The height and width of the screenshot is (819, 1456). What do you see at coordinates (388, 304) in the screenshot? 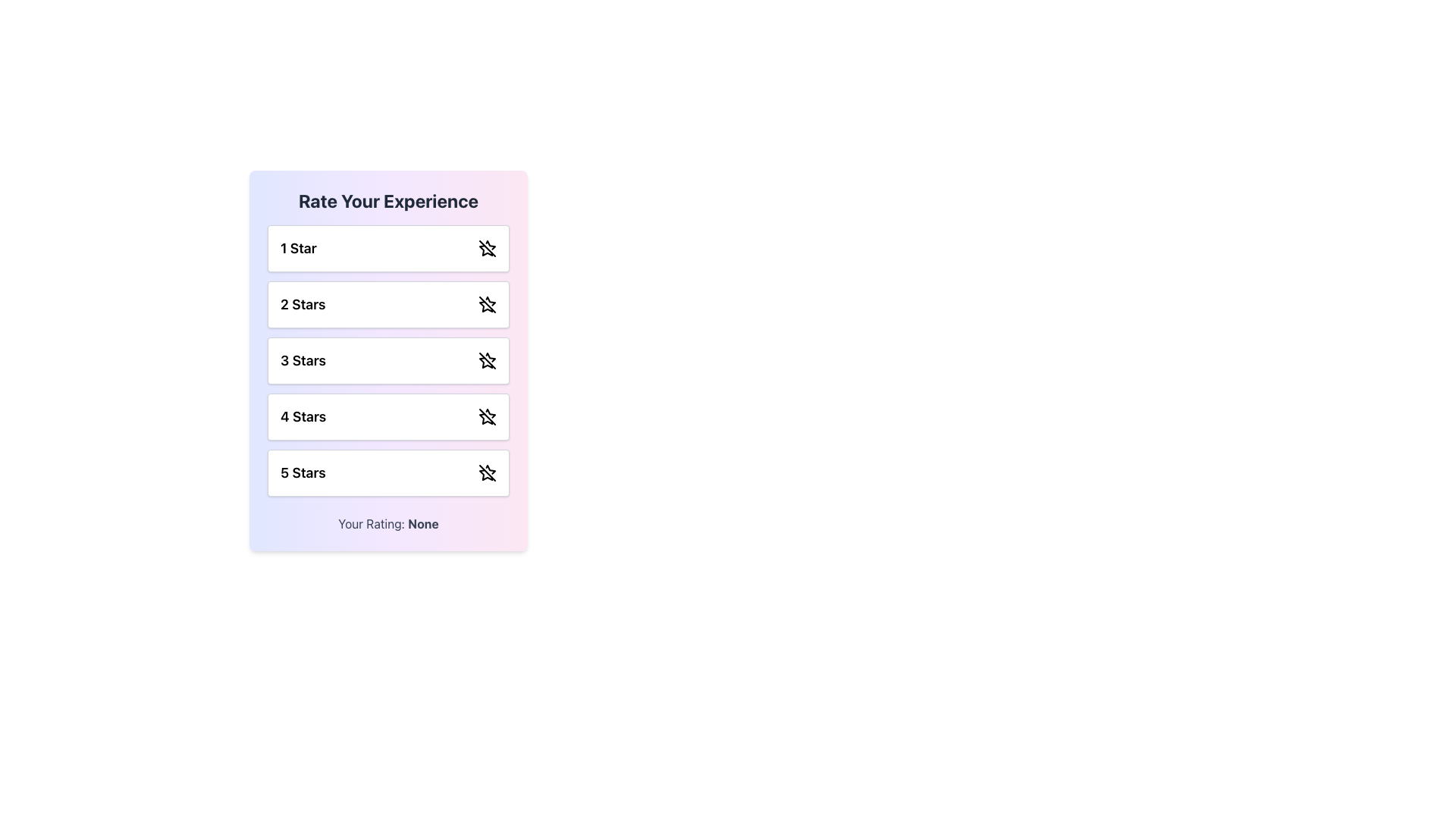
I see `the two stars rating button` at bounding box center [388, 304].